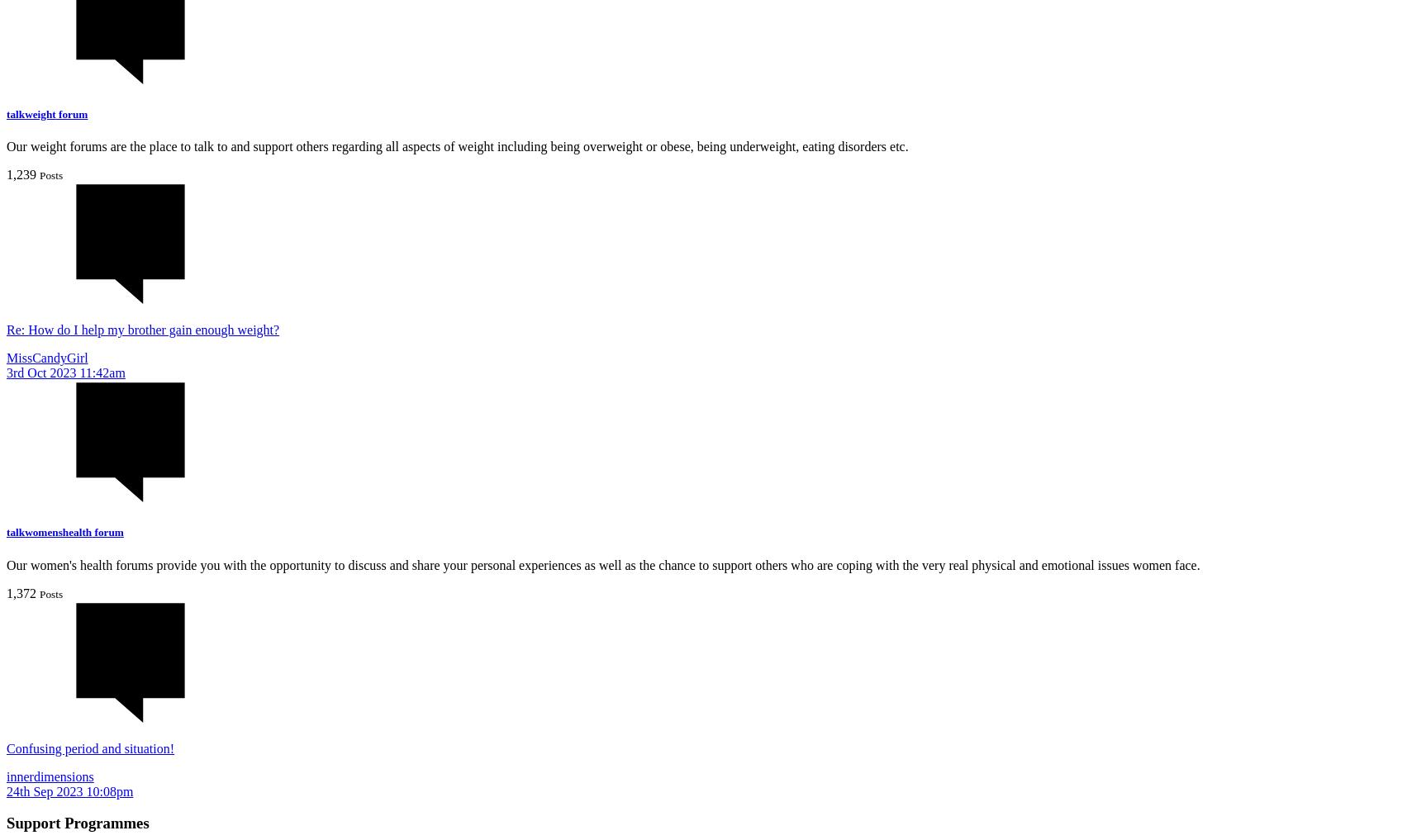  What do you see at coordinates (21, 591) in the screenshot?
I see `'1,372'` at bounding box center [21, 591].